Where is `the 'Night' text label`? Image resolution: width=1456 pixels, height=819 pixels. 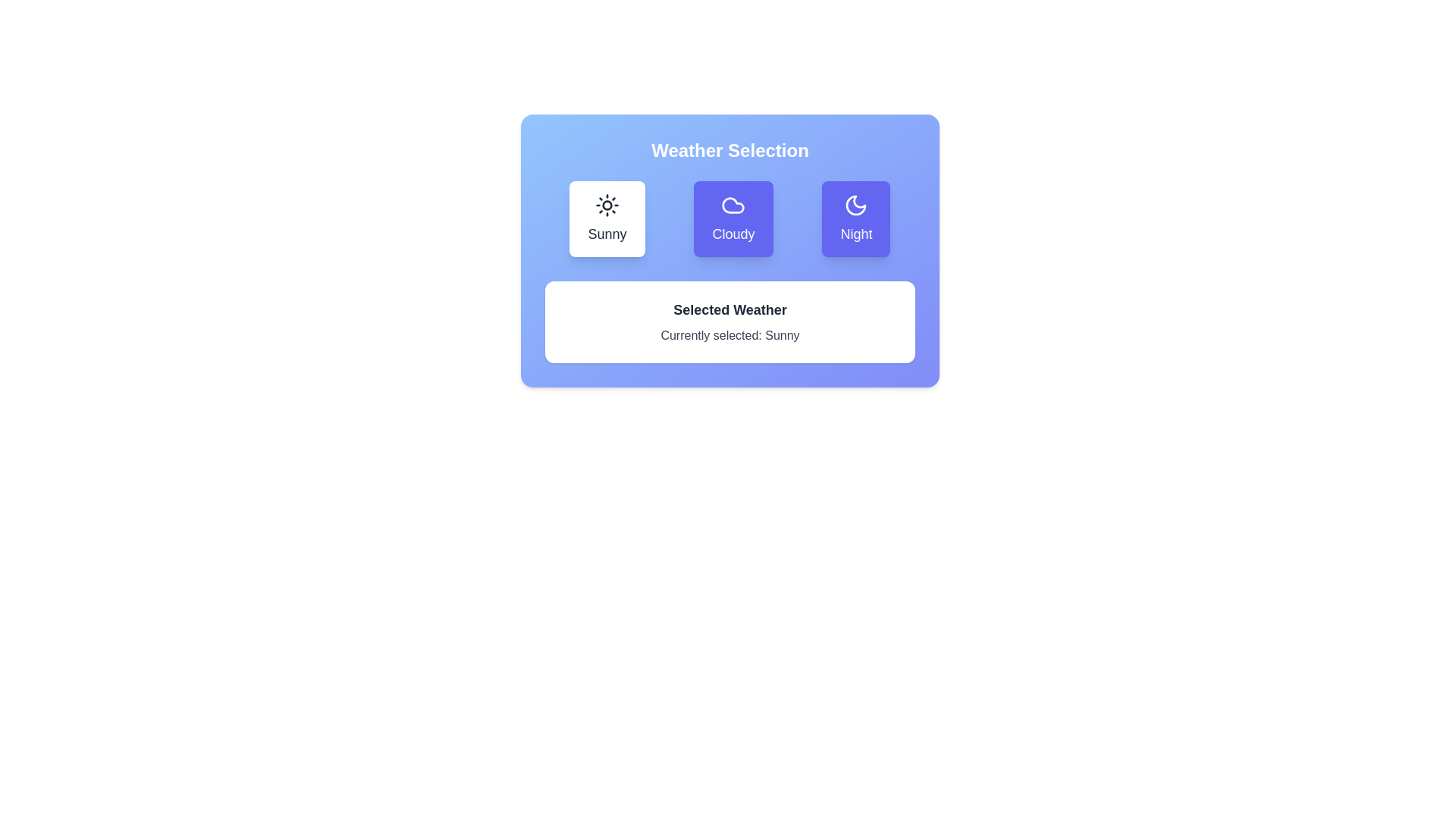 the 'Night' text label is located at coordinates (855, 234).